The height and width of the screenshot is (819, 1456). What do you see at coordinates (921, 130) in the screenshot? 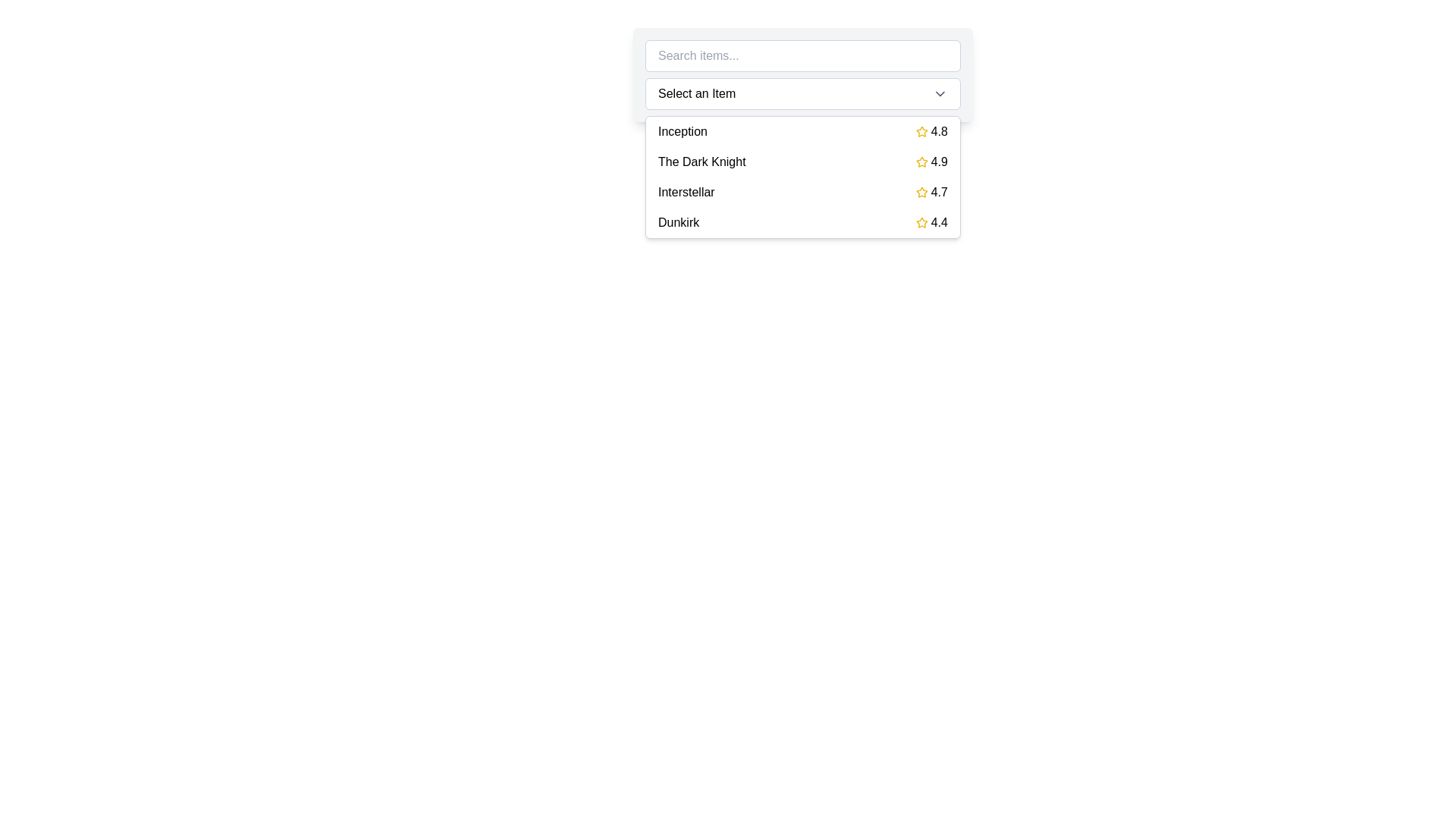
I see `the star icon representing the rating for the movie 'Inception' to assess its visual representation` at bounding box center [921, 130].